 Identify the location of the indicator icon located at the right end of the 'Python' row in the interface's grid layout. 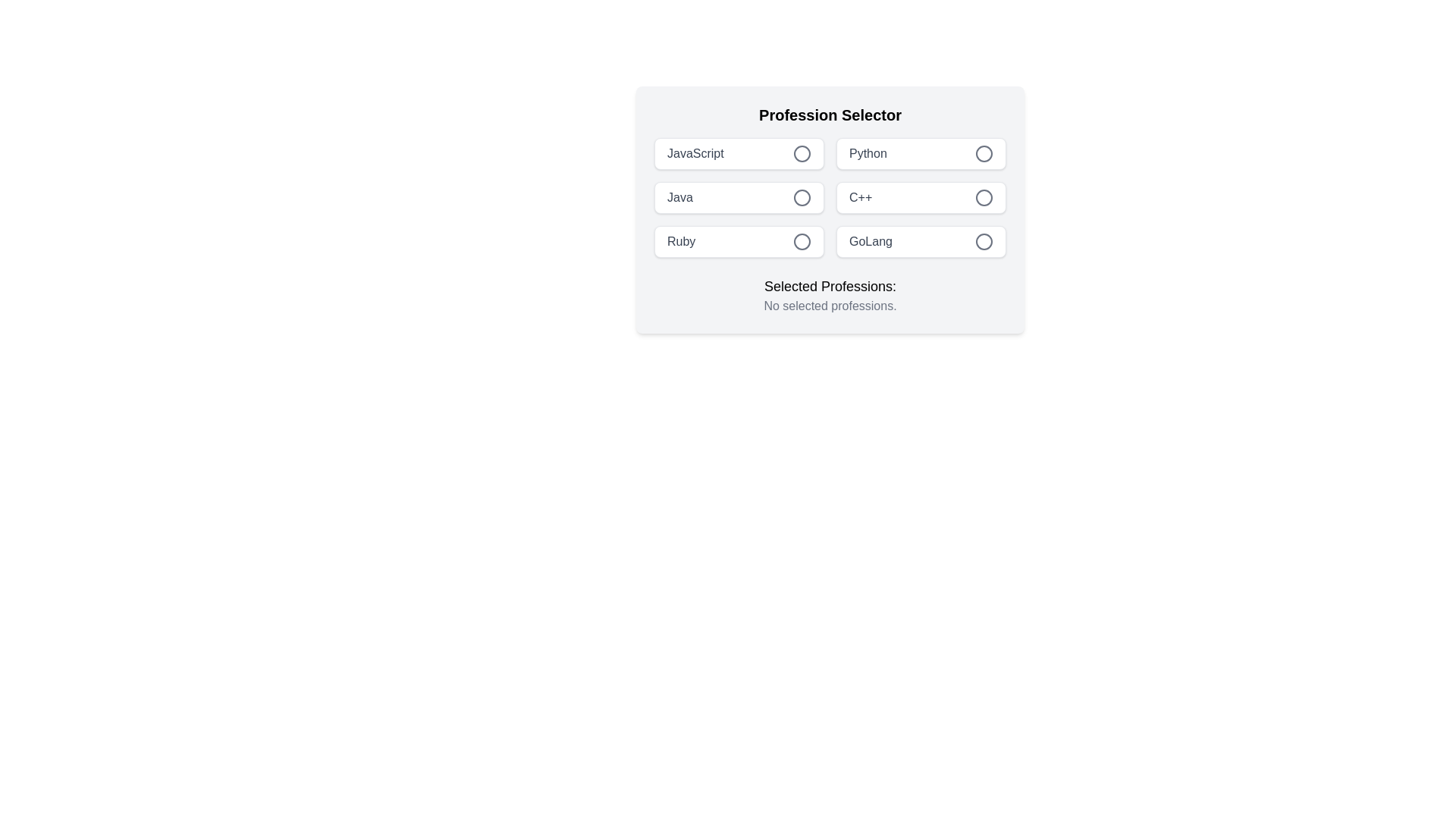
(984, 154).